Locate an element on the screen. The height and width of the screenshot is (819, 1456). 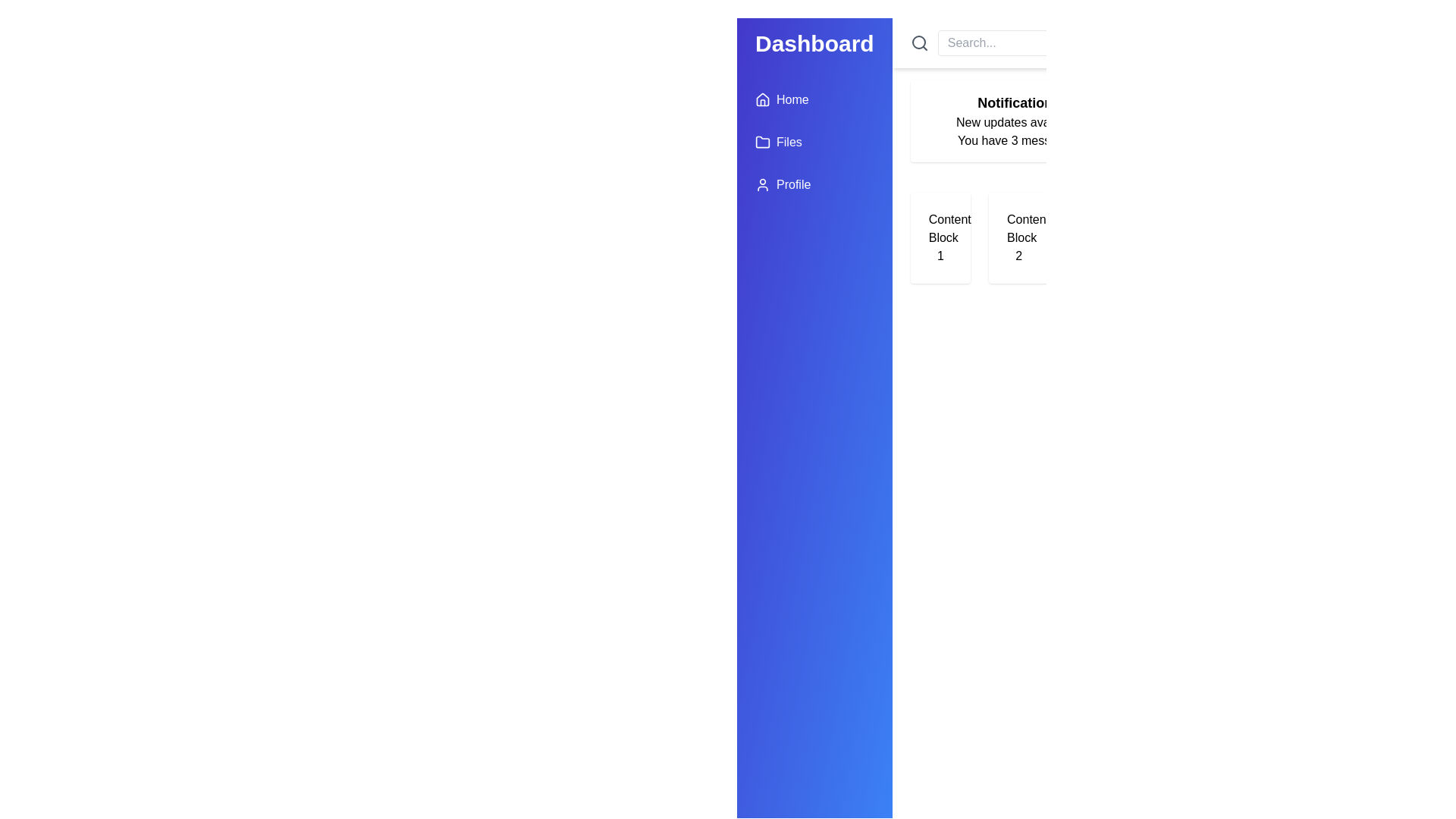
the house-shaped icon located in the sidebar's first item labeled 'Home' is located at coordinates (763, 99).